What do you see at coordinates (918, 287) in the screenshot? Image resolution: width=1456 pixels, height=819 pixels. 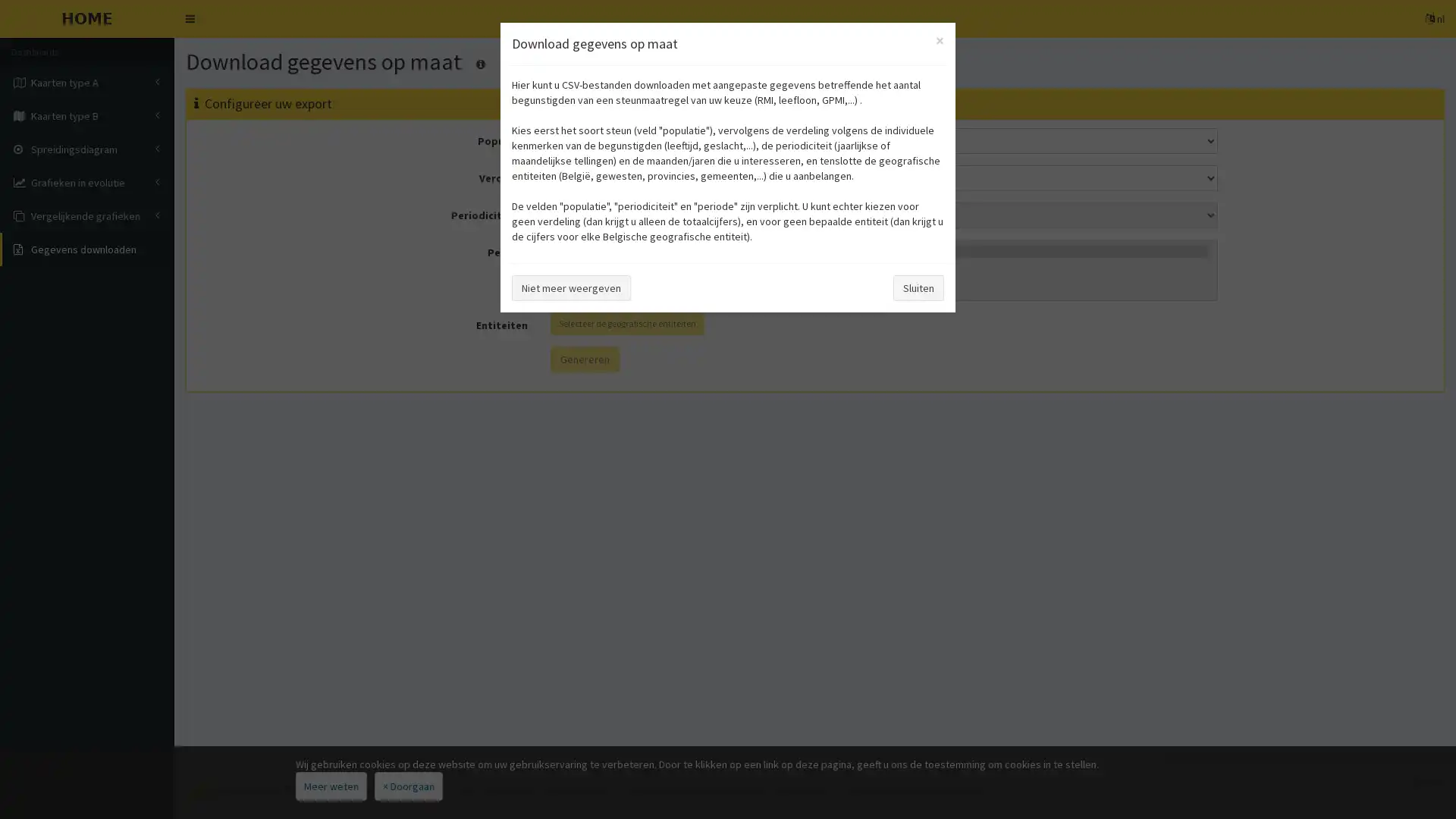 I see `Sluiten` at bounding box center [918, 287].